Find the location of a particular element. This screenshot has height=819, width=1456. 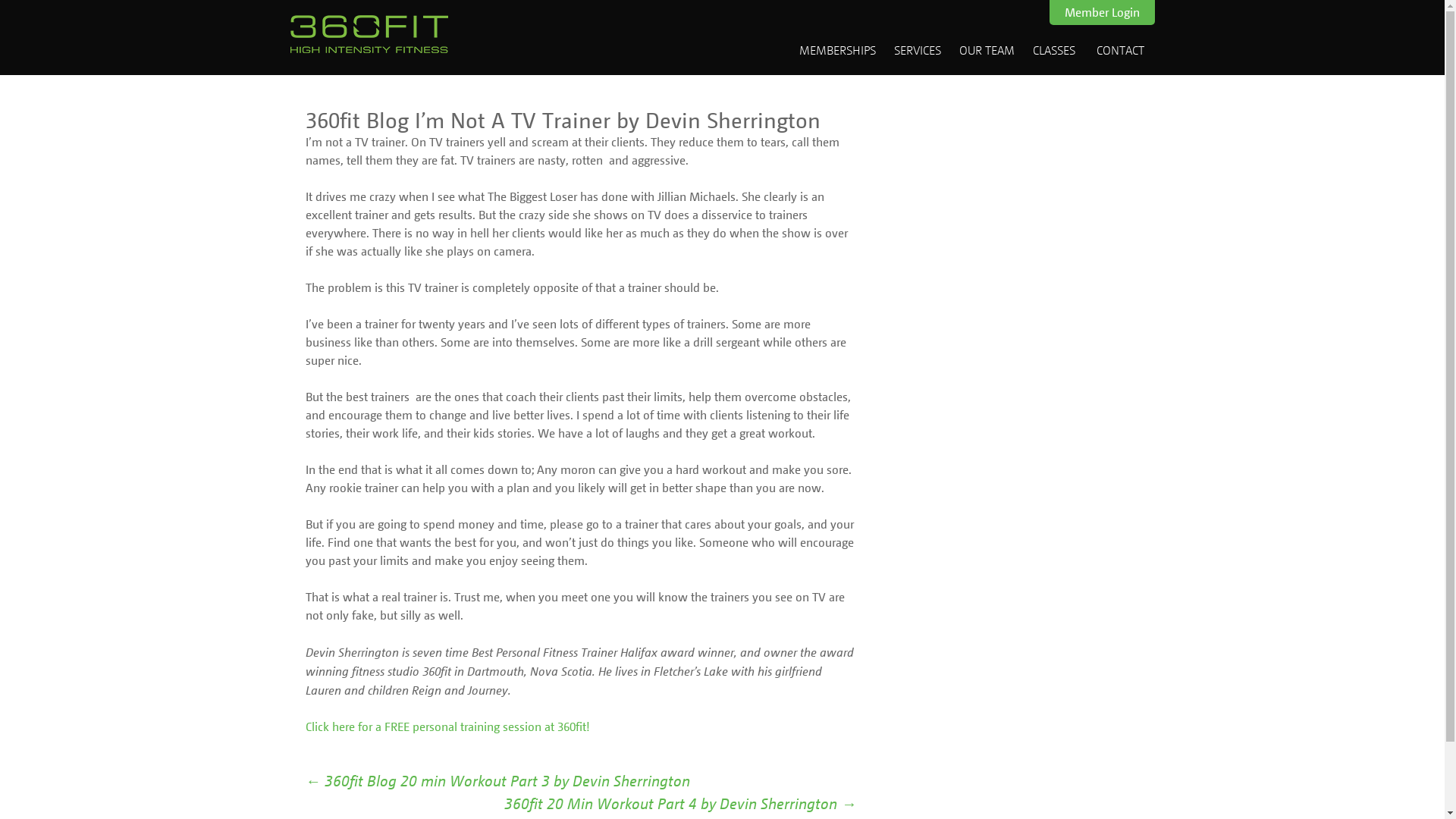

'CLASSES' is located at coordinates (1053, 49).